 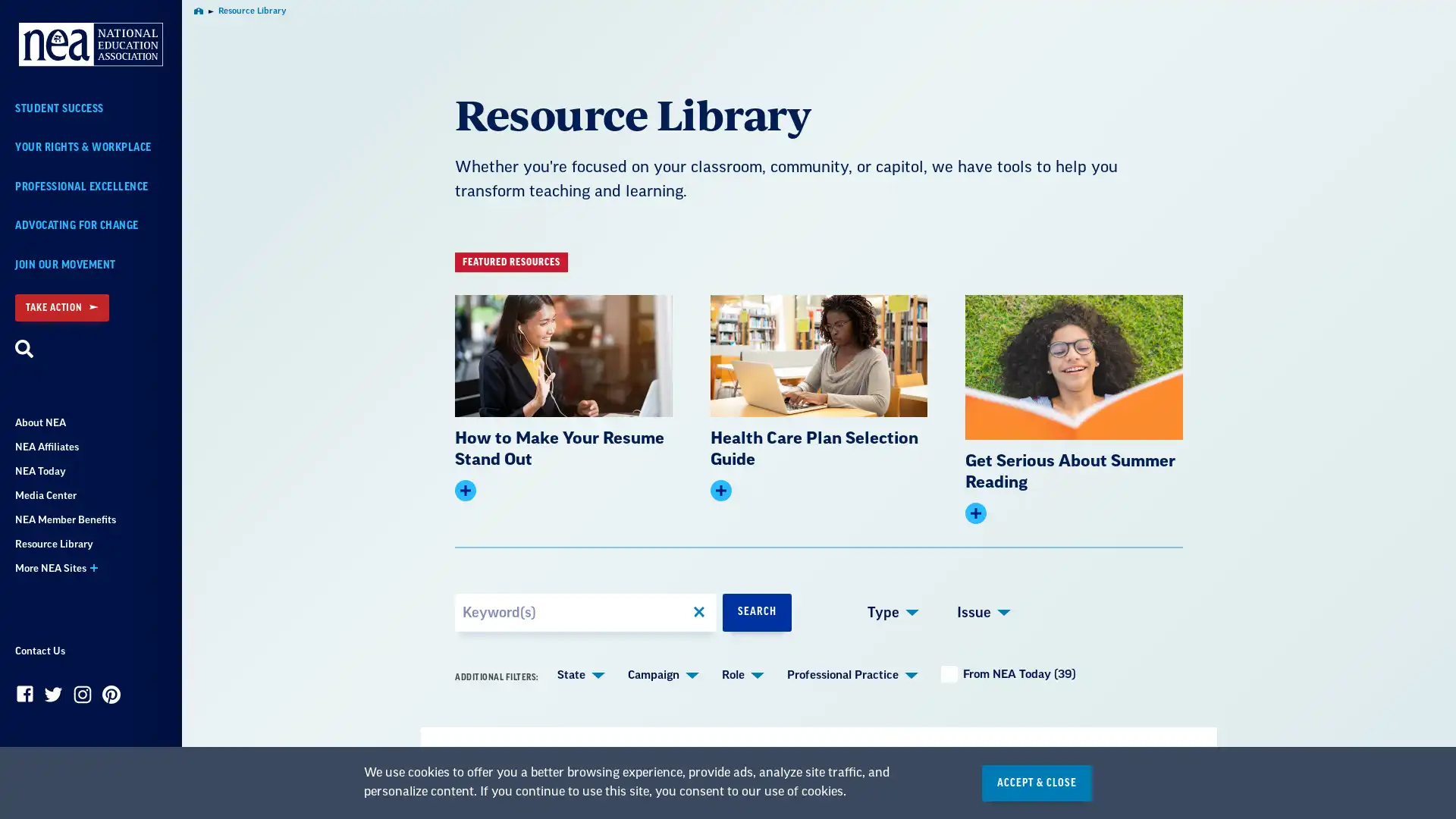 I want to click on More NEA Sites, so click(x=90, y=568).